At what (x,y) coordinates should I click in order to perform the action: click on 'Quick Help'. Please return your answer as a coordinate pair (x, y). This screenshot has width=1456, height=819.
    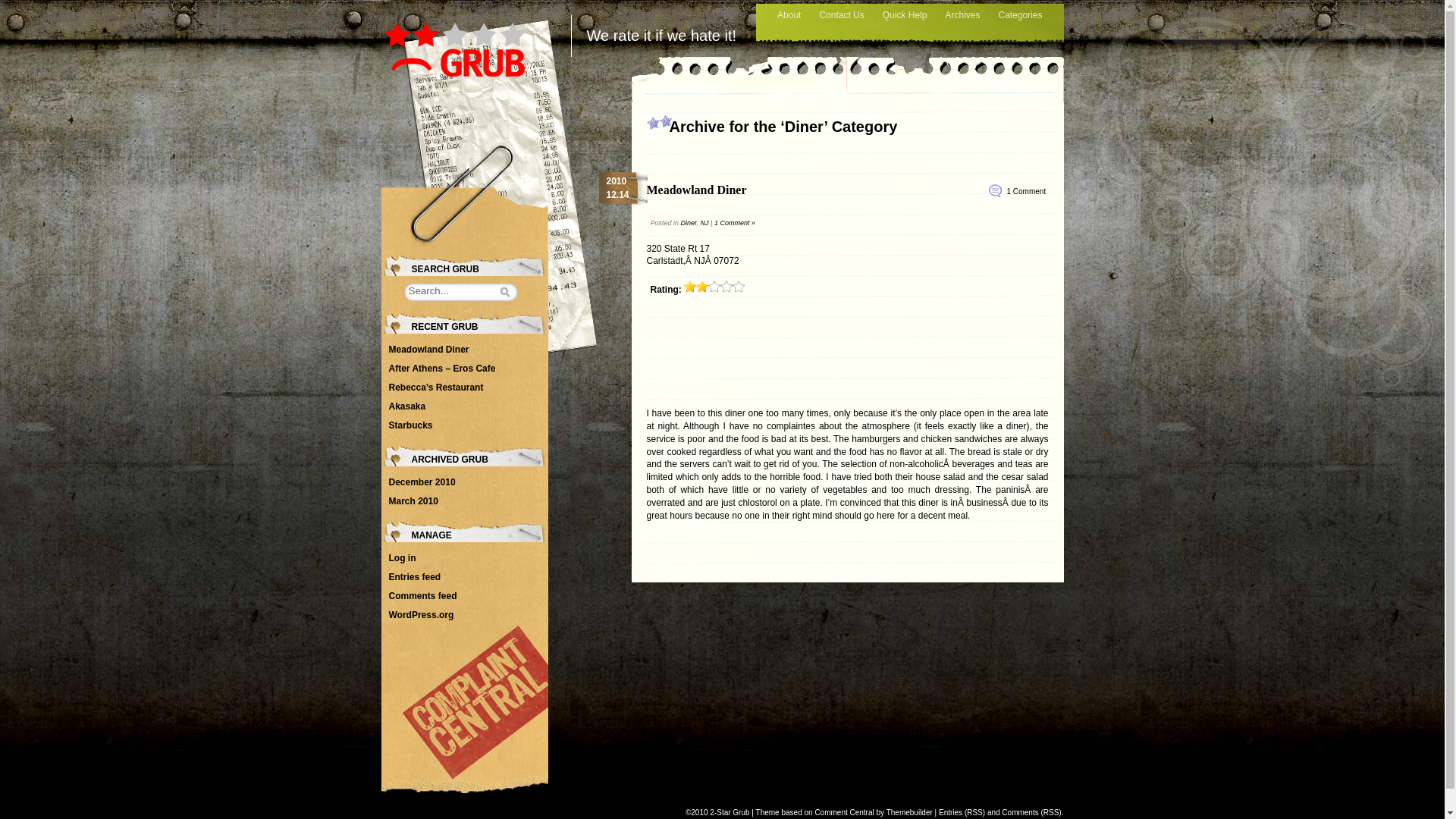
    Looking at the image, I should click on (874, 15).